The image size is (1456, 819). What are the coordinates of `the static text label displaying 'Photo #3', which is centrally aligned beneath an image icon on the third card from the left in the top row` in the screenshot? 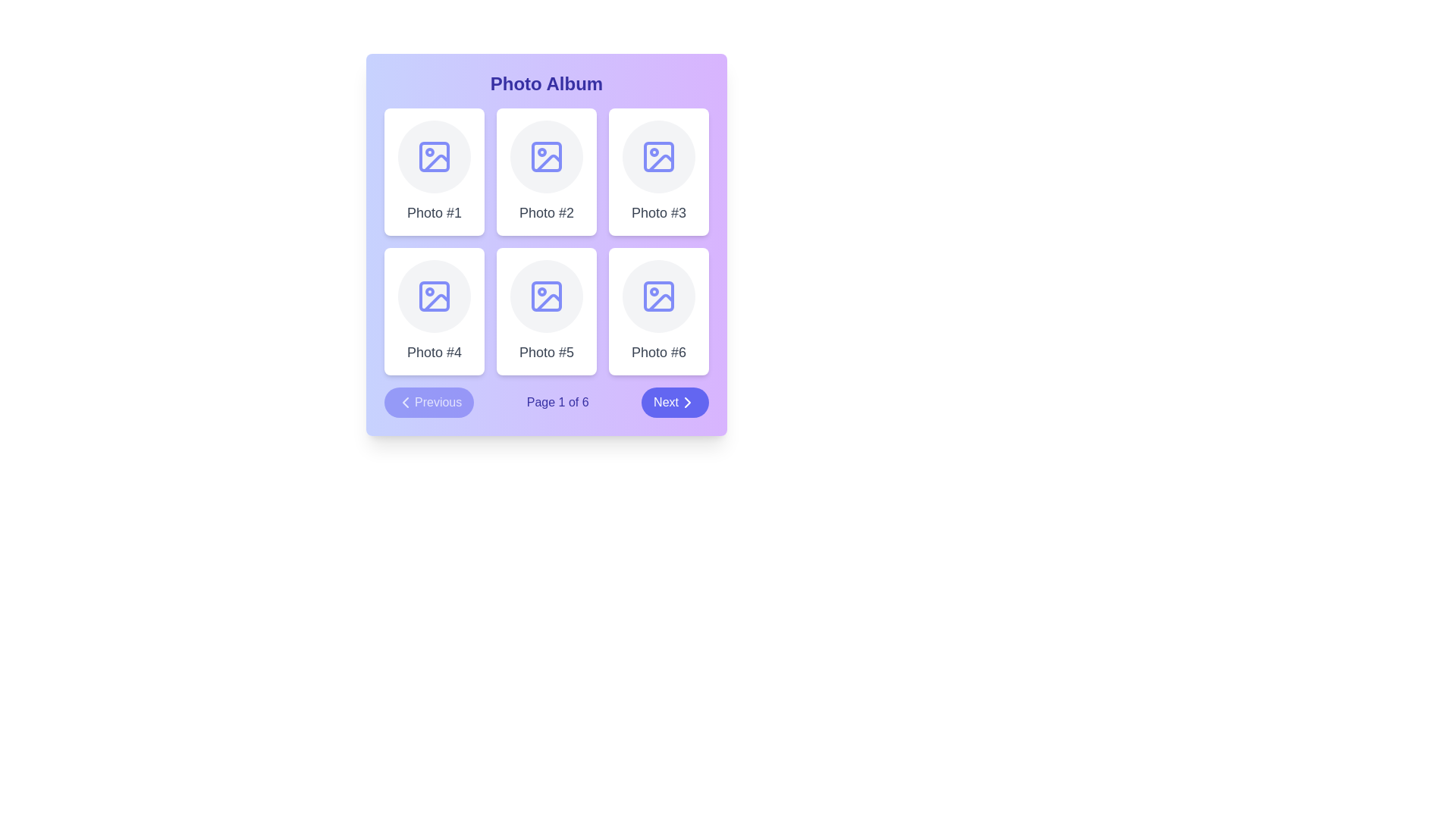 It's located at (658, 213).